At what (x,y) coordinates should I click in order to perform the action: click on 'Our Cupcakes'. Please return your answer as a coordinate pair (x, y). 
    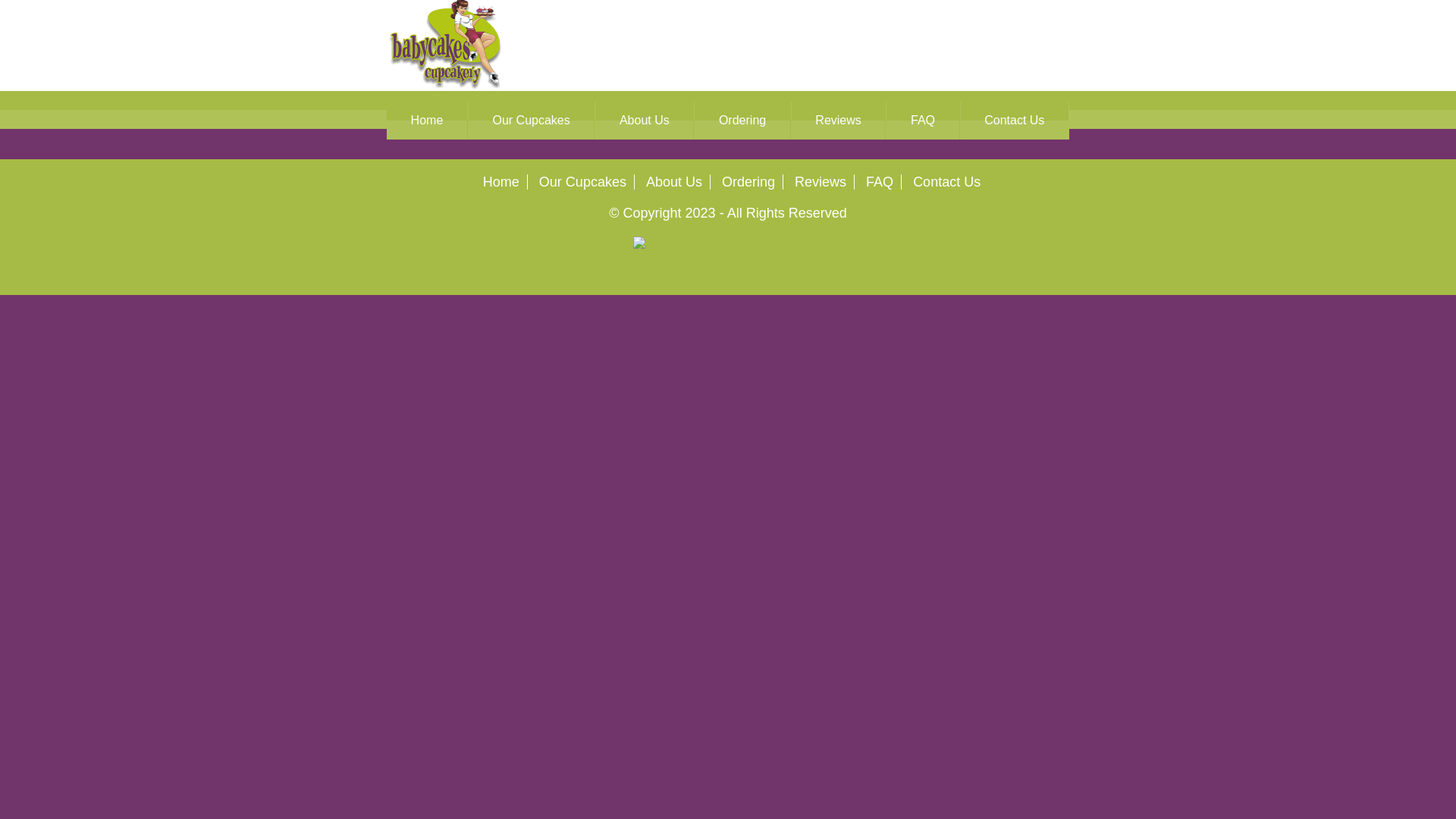
    Looking at the image, I should click on (582, 180).